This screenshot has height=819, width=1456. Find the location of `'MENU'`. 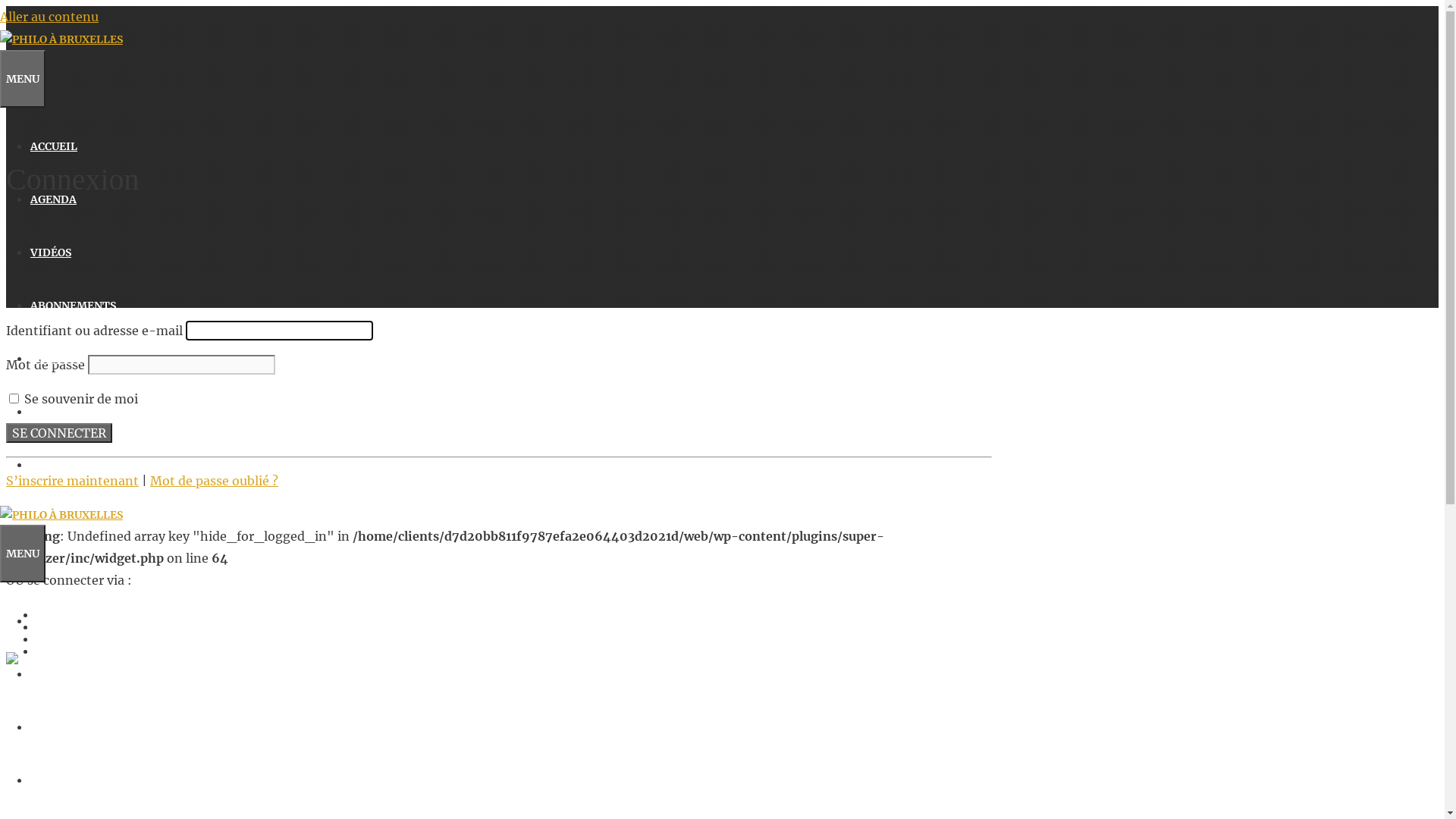

'MENU' is located at coordinates (22, 553).